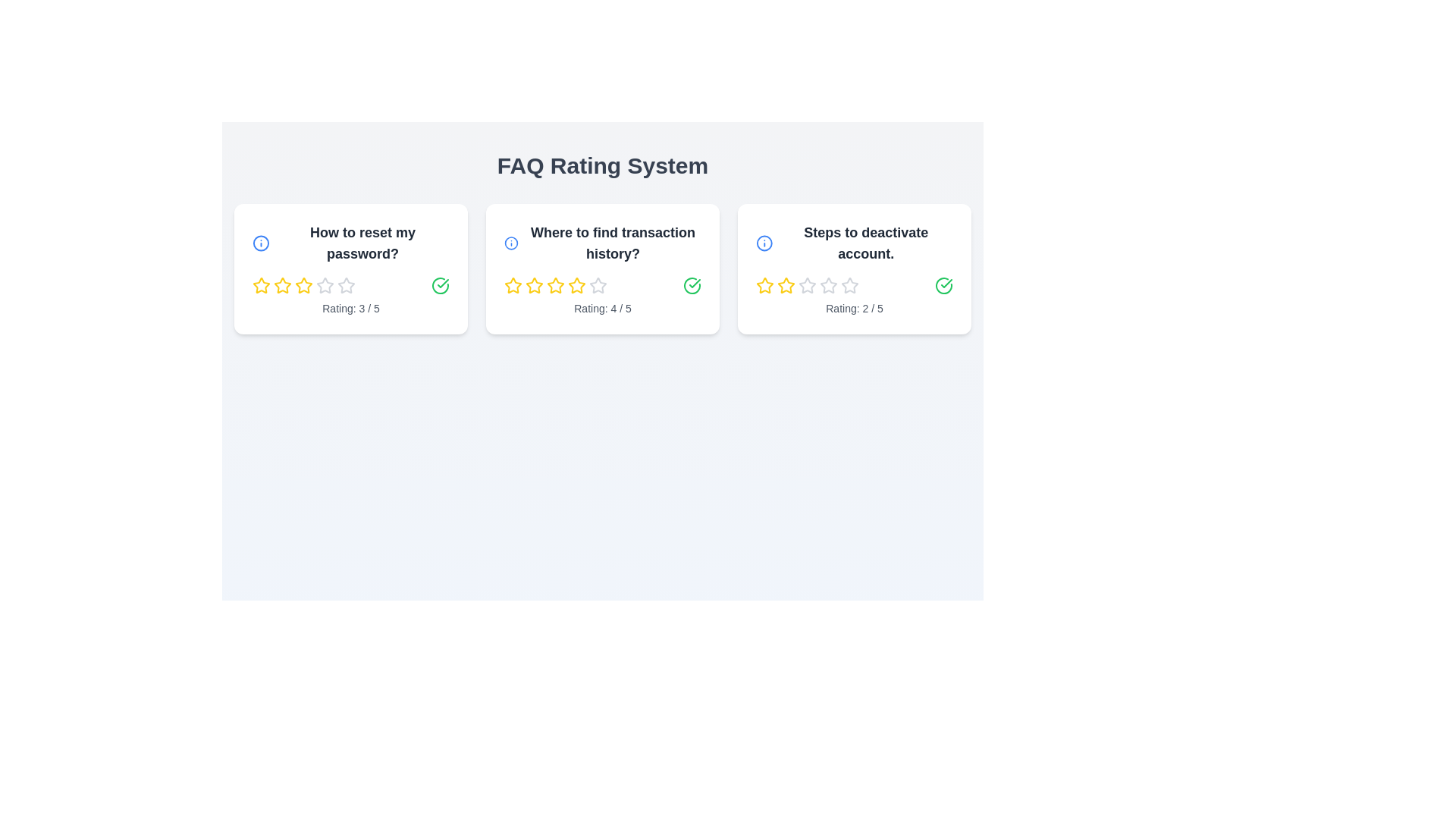 The image size is (1456, 819). What do you see at coordinates (602, 268) in the screenshot?
I see `the FAQ card with the question 'Where to find transaction history?'` at bounding box center [602, 268].